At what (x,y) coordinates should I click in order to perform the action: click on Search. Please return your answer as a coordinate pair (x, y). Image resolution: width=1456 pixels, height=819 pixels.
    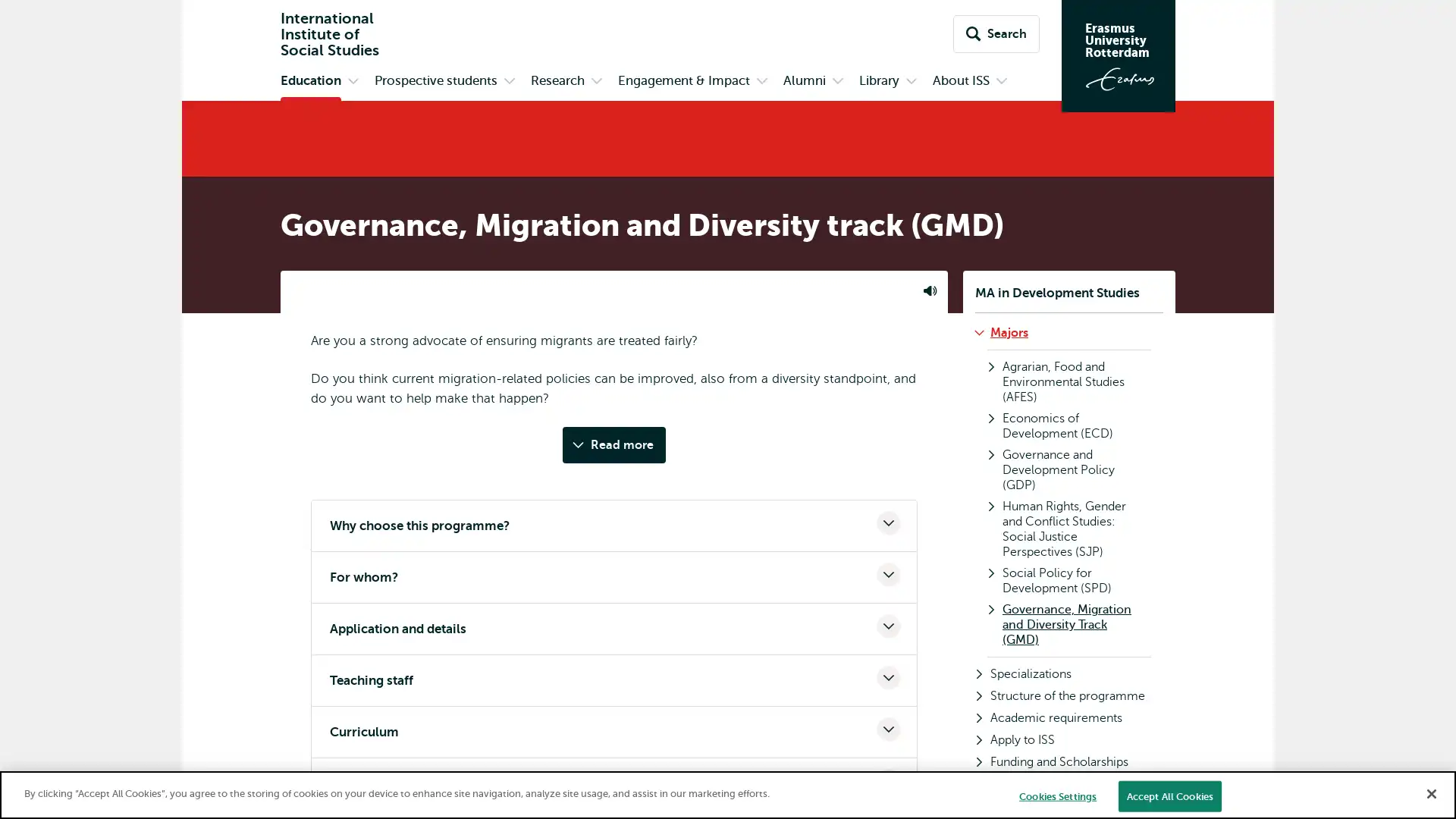
    Looking at the image, I should click on (996, 34).